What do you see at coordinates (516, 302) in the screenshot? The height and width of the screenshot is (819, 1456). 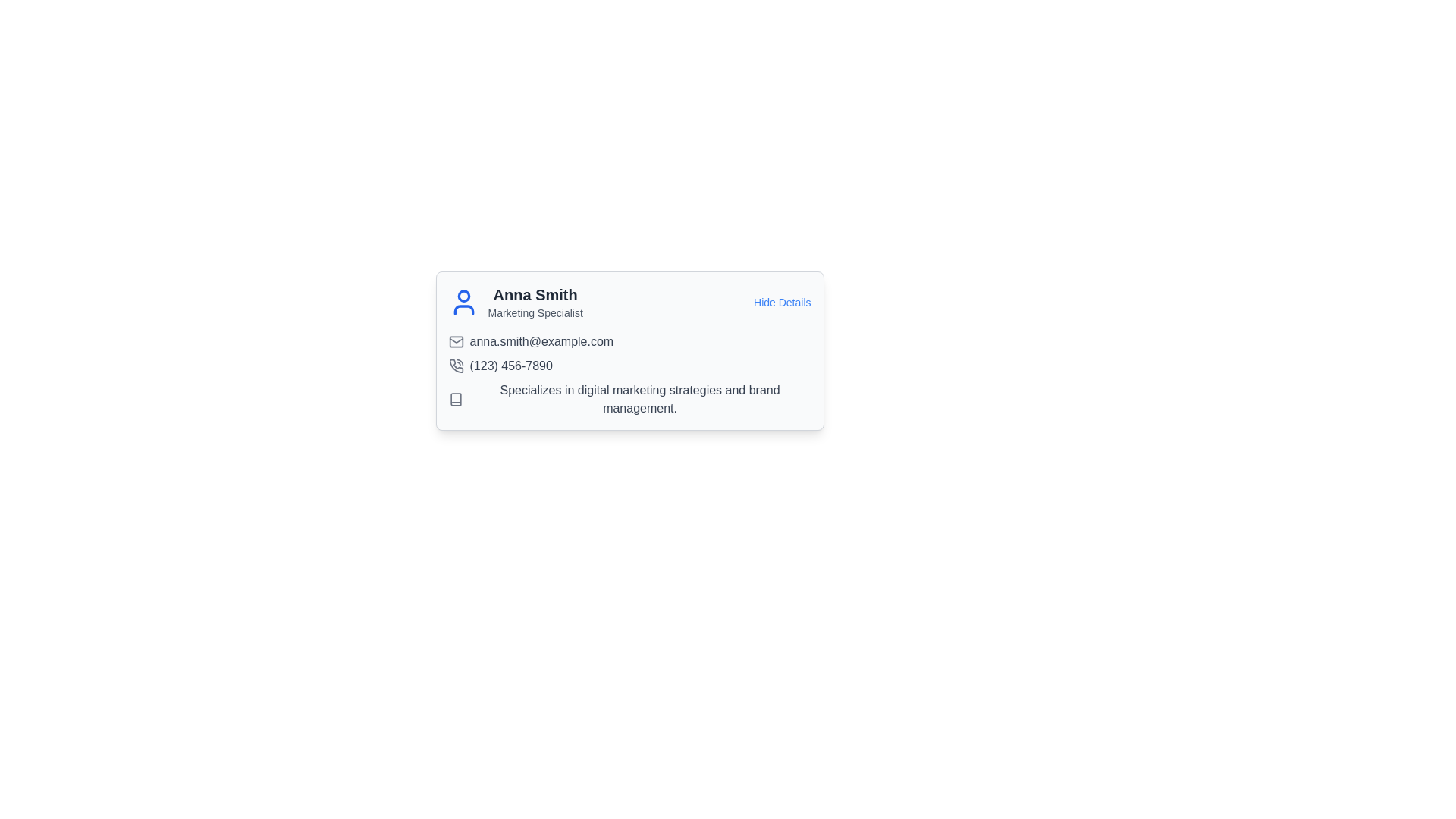 I see `the Profile display header that shows 'Anna Smith' and 'Marketing Specialist' with a user outline icon on the left` at bounding box center [516, 302].